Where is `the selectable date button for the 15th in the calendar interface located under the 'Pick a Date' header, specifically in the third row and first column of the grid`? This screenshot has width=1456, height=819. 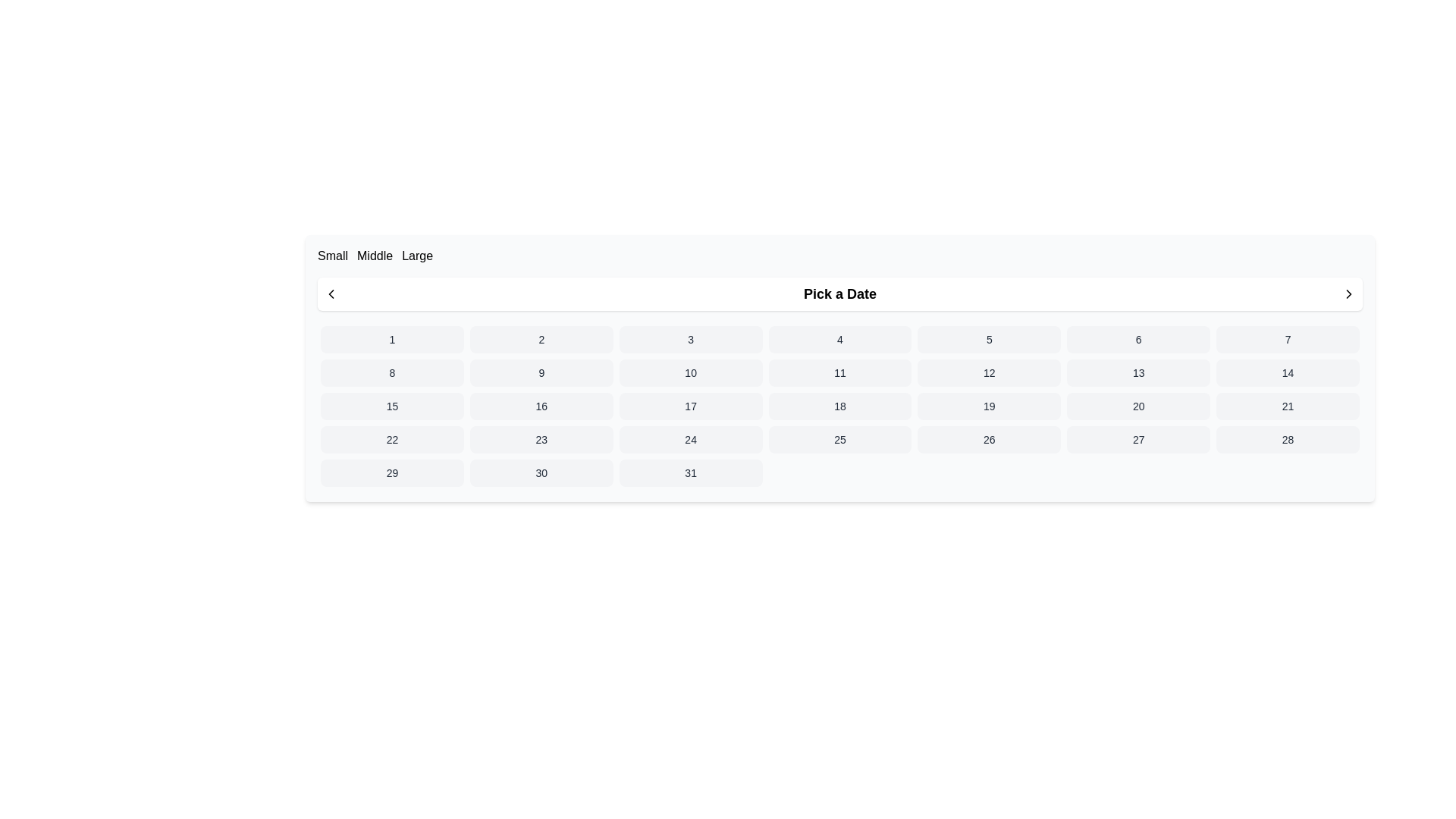 the selectable date button for the 15th in the calendar interface located under the 'Pick a Date' header, specifically in the third row and first column of the grid is located at coordinates (392, 406).